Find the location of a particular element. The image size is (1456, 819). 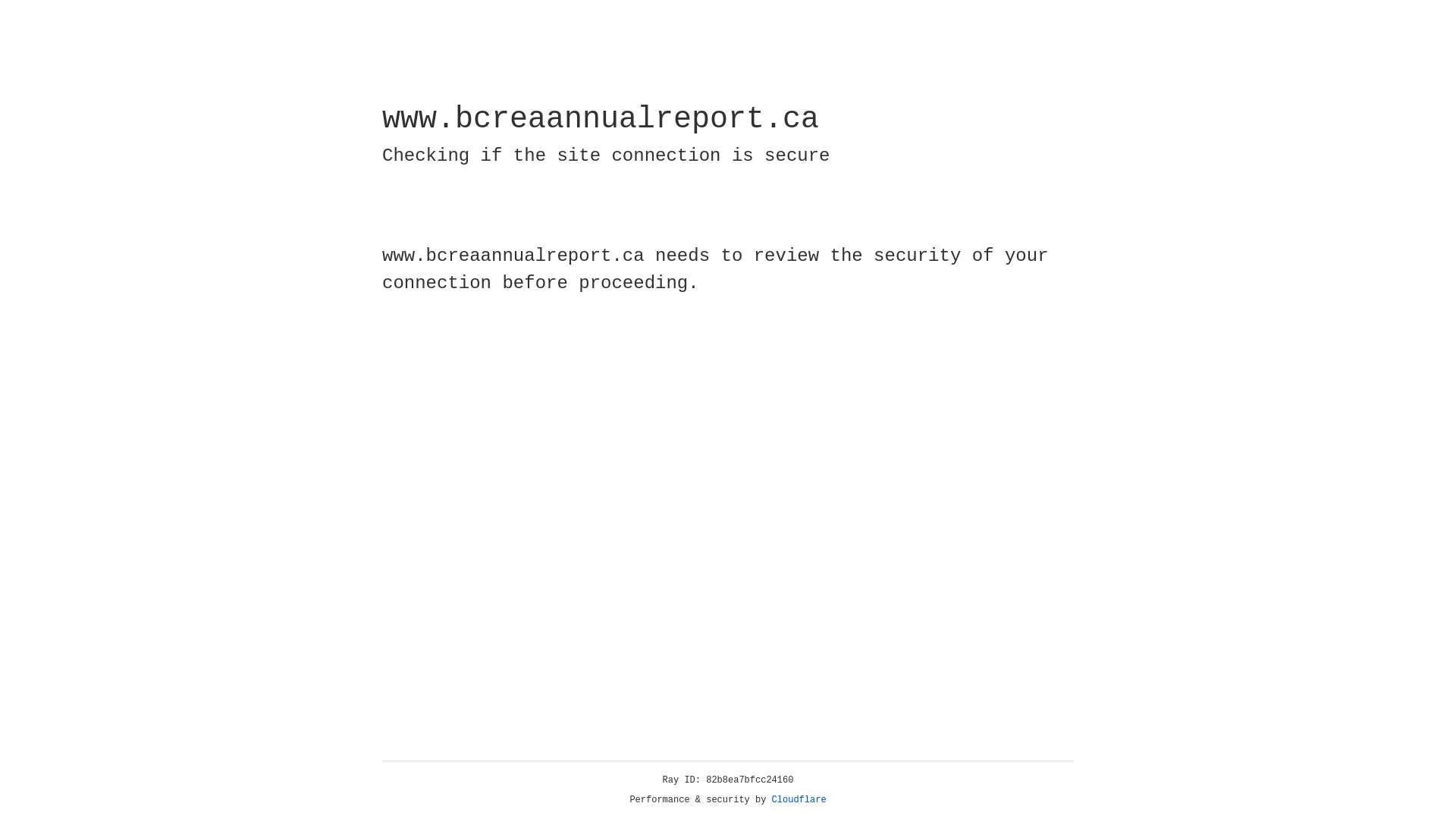

'Cloudflare' is located at coordinates (771, 799).